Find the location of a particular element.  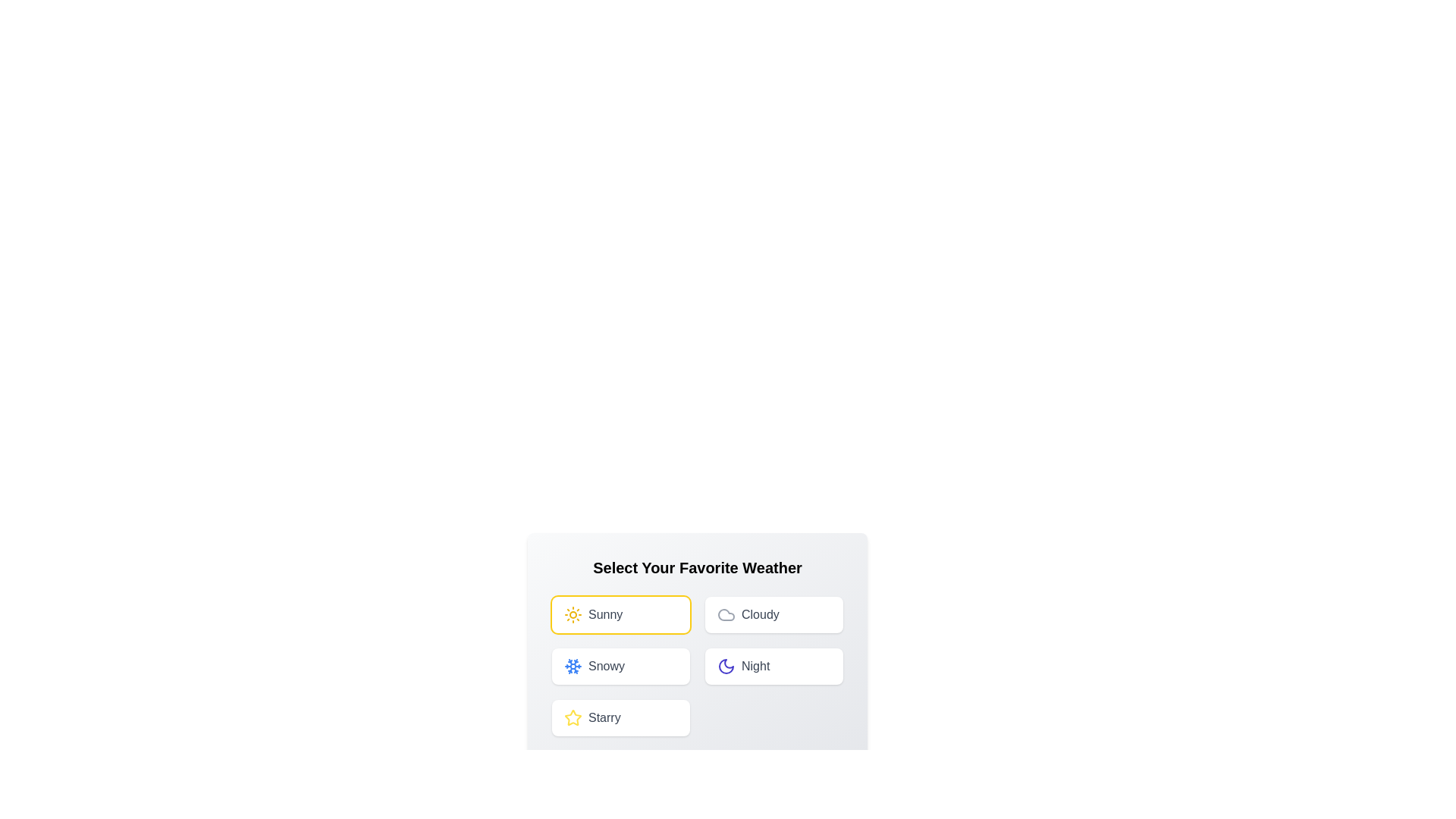

the 'Snowy' weather preference selectable option located in the second row, first column of the grid layout is located at coordinates (621, 666).